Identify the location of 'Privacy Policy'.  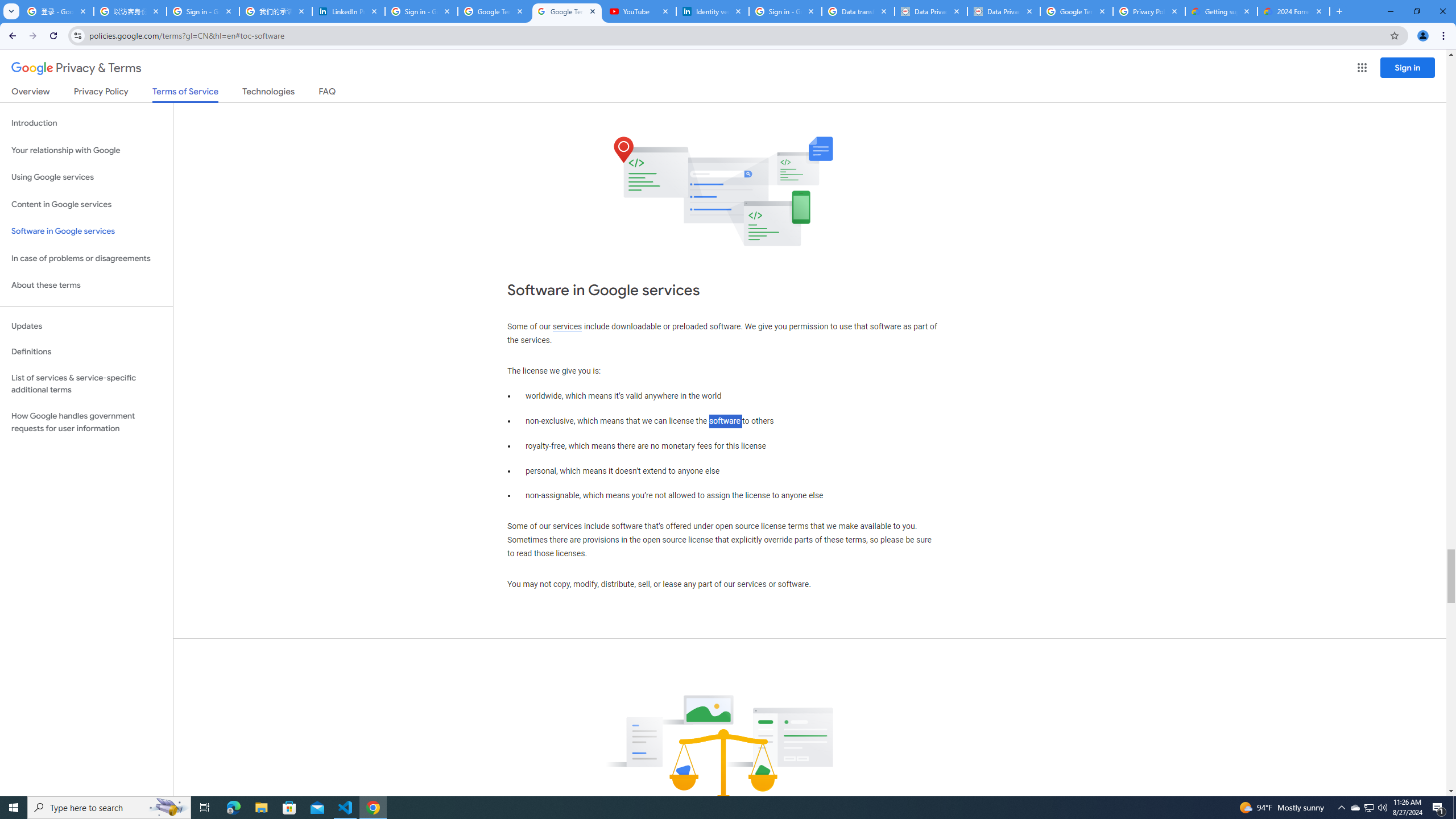
(100, 93).